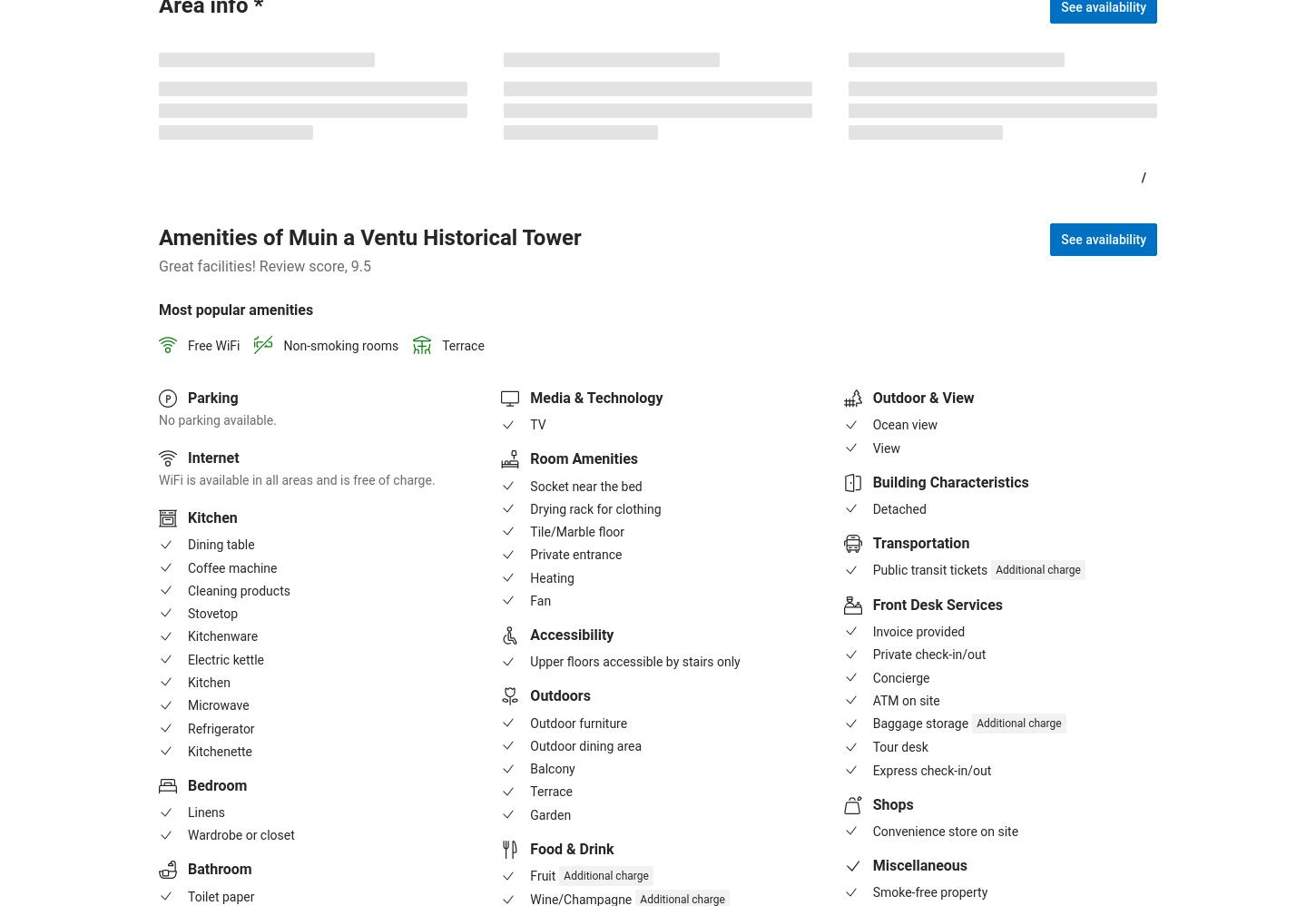  Describe the element at coordinates (892, 803) in the screenshot. I see `'Shops'` at that location.